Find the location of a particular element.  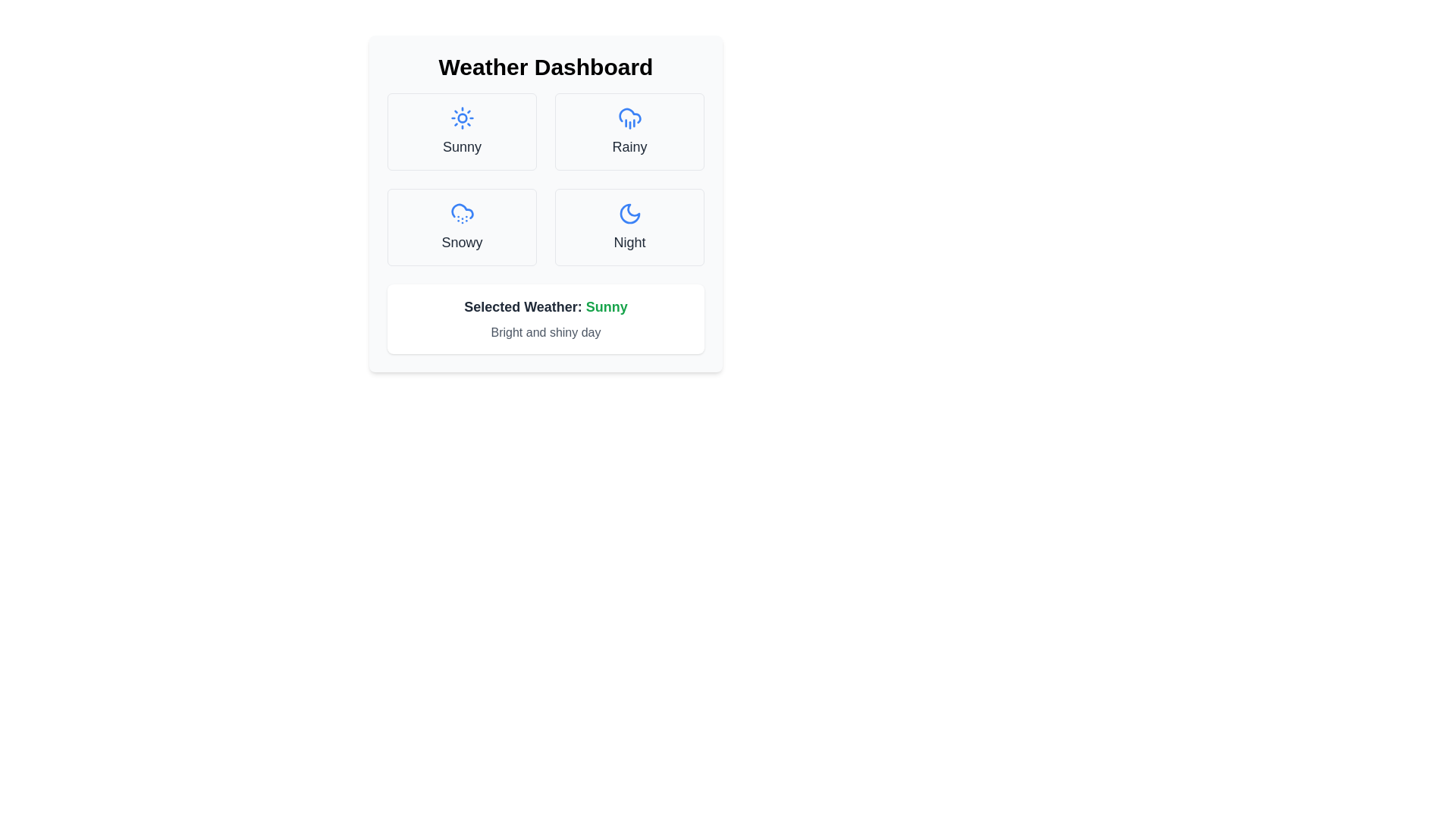

title text of the weather selection dashboard located at the top center of the panel is located at coordinates (546, 66).